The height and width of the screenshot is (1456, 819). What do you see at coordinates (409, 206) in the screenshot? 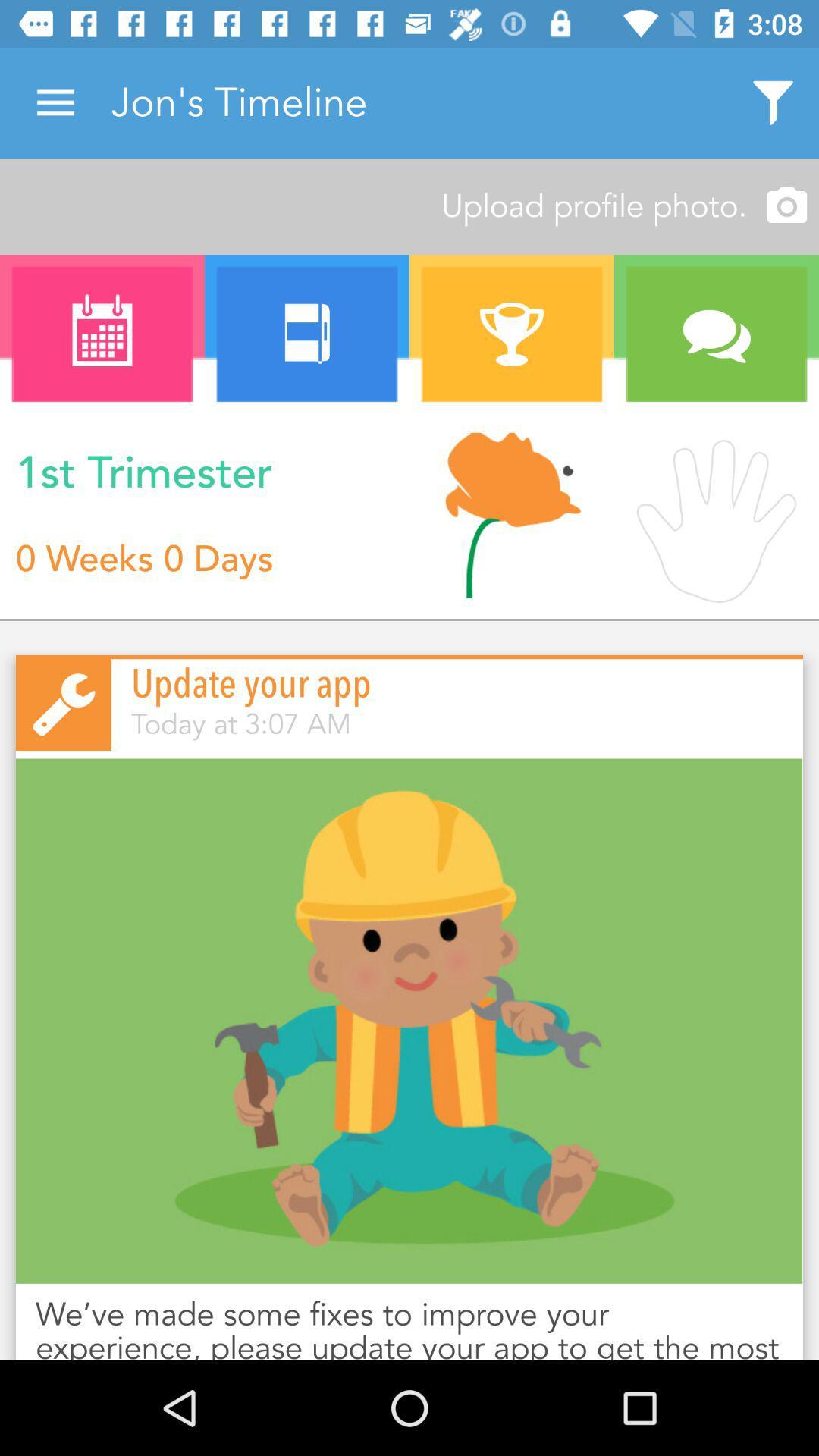
I see `upload profile photo. item` at bounding box center [409, 206].